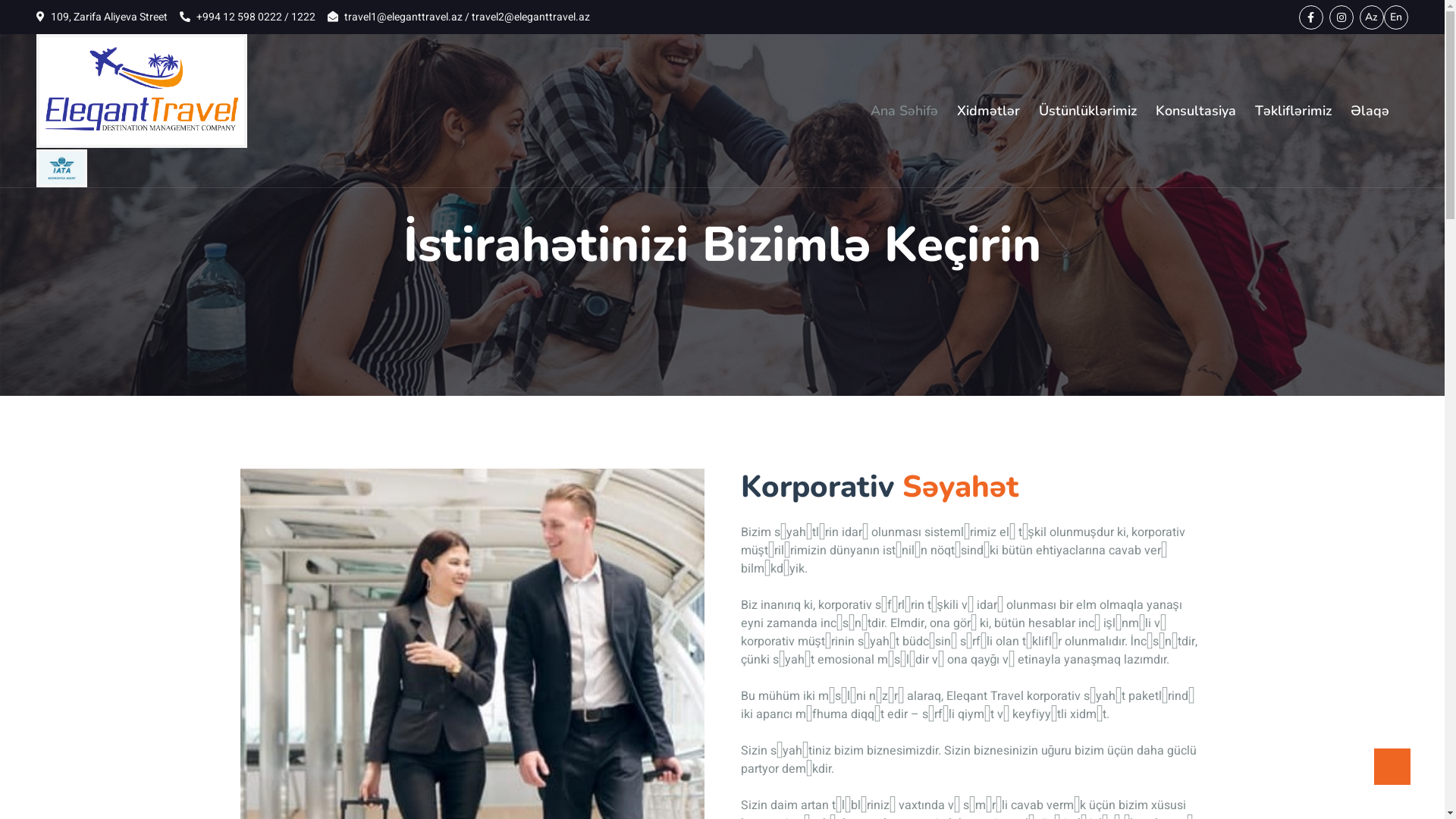 This screenshot has width=1456, height=819. Describe the element at coordinates (1195, 110) in the screenshot. I see `'Konsultasiya'` at that location.